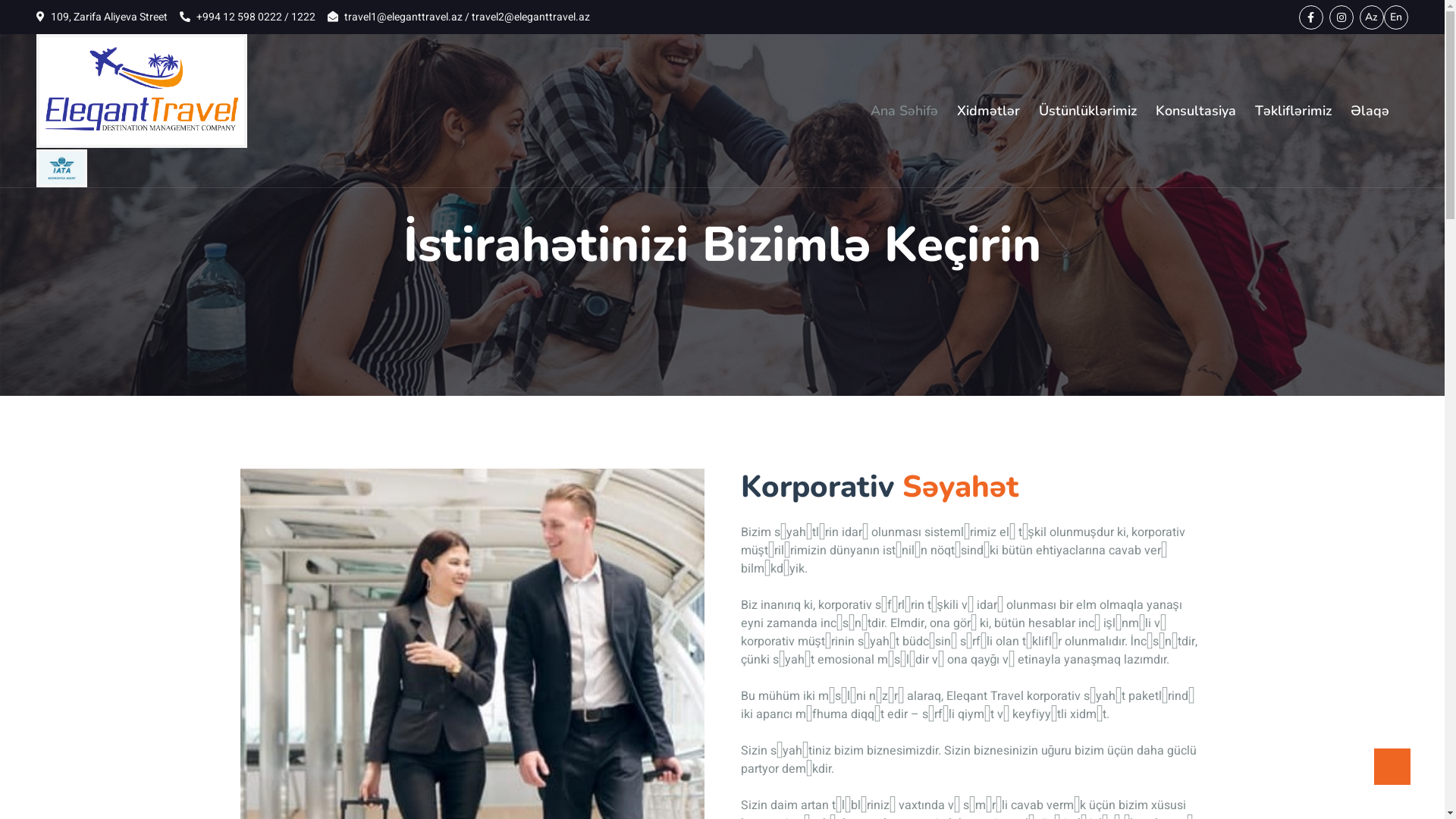 This screenshot has width=1456, height=819. Describe the element at coordinates (1195, 110) in the screenshot. I see `'Konsultasiya'` at that location.